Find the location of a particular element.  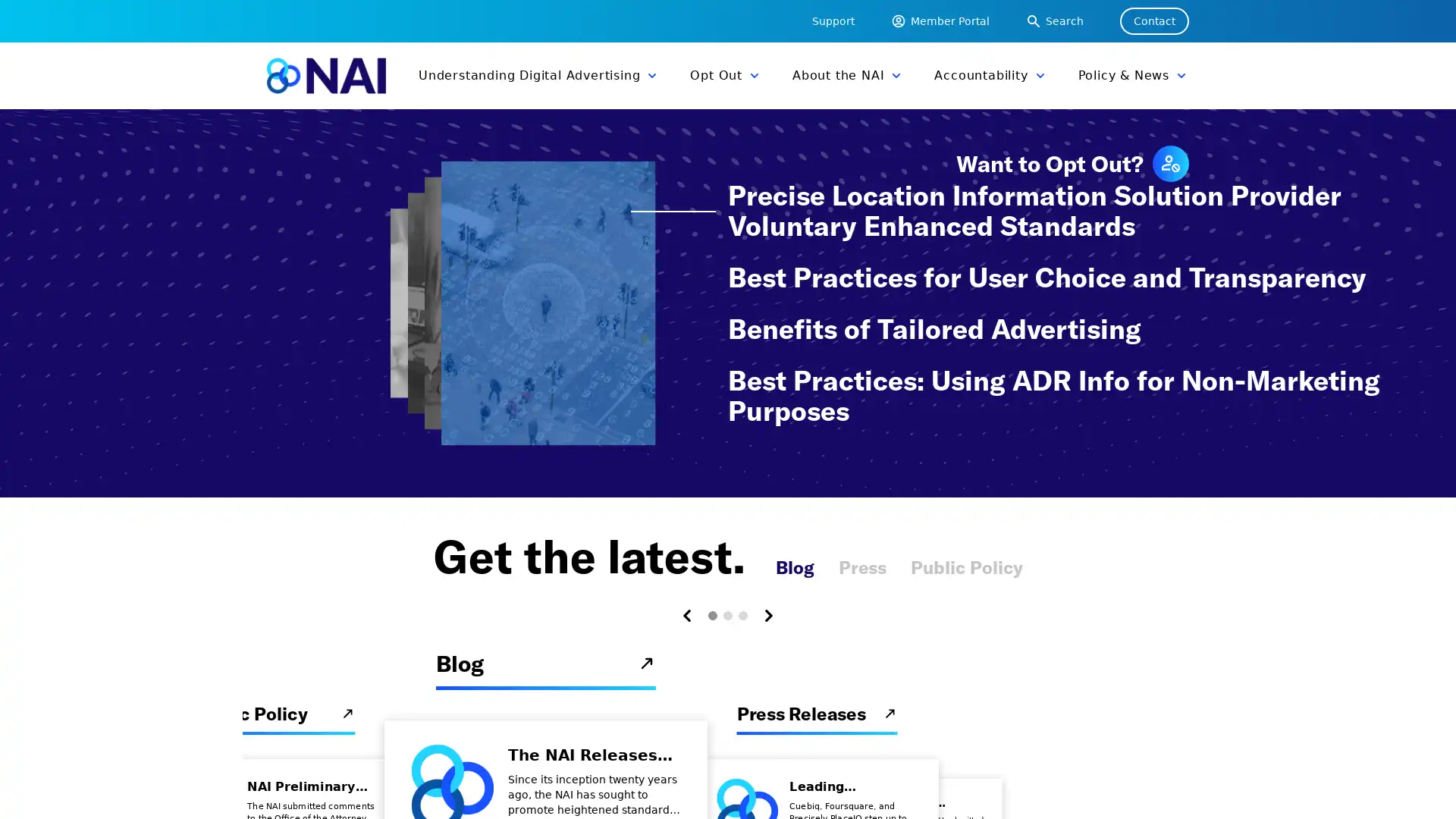

Carousel Page 2 is located at coordinates (728, 616).